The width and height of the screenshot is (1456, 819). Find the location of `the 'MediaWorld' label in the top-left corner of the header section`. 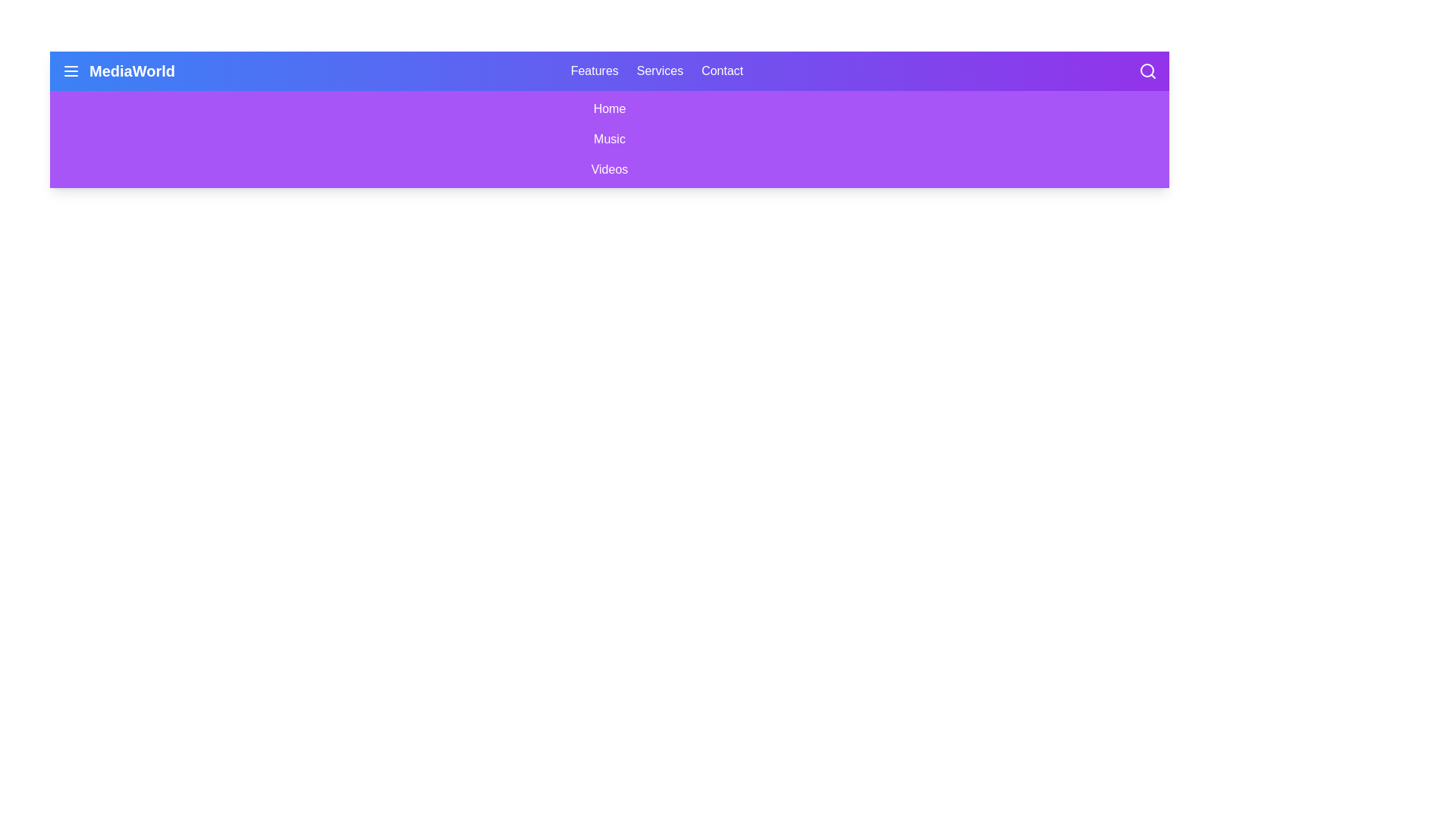

the 'MediaWorld' label in the top-left corner of the header section is located at coordinates (118, 71).